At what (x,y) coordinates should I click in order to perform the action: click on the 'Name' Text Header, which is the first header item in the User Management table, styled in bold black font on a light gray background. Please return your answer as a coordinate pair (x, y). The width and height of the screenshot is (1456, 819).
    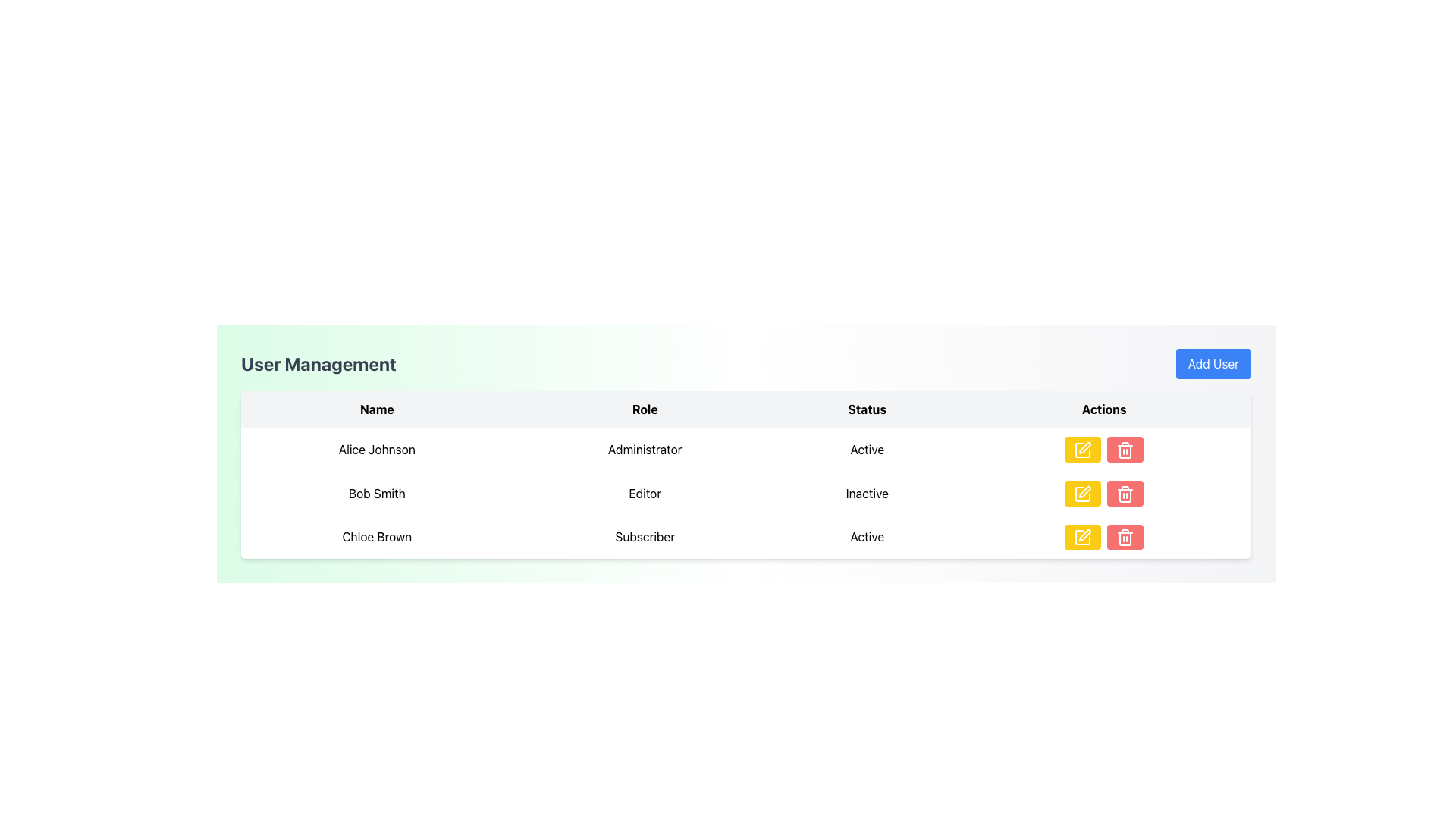
    Looking at the image, I should click on (377, 409).